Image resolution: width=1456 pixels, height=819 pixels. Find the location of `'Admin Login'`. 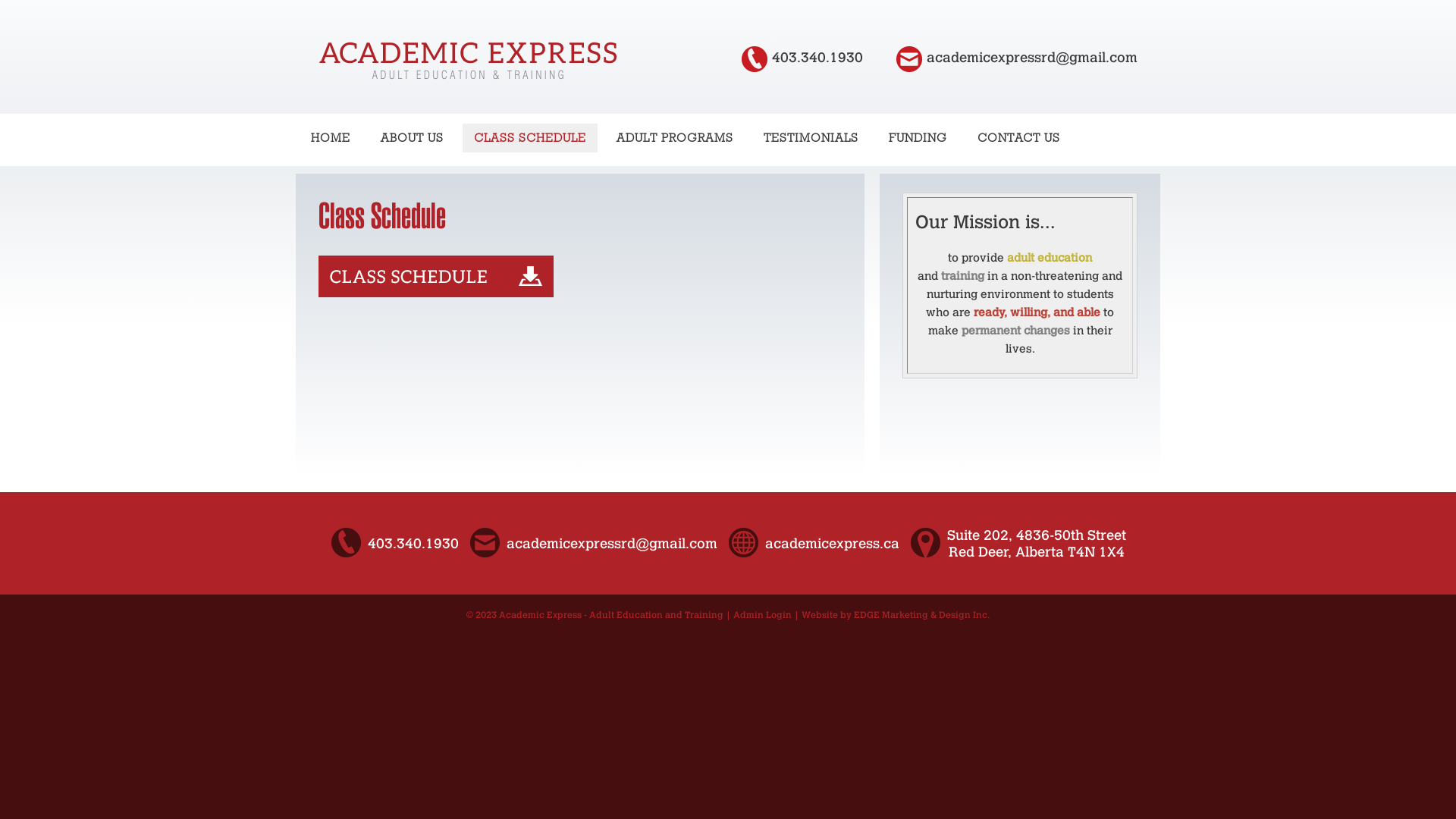

'Admin Login' is located at coordinates (762, 614).